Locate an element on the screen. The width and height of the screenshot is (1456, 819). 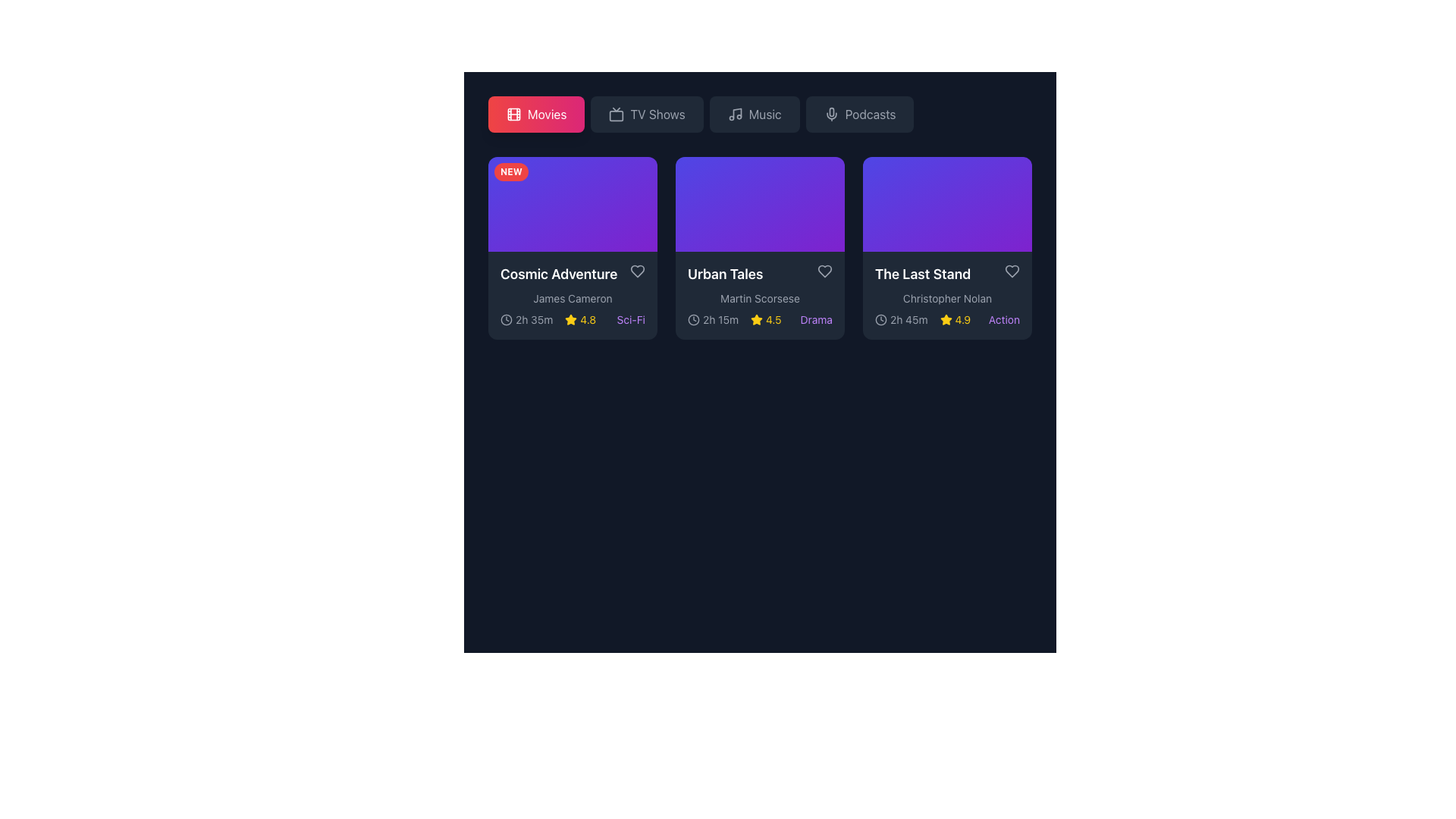
the 'TV Shows' button in the navigation menu, which includes an icon representing the section is located at coordinates (617, 113).